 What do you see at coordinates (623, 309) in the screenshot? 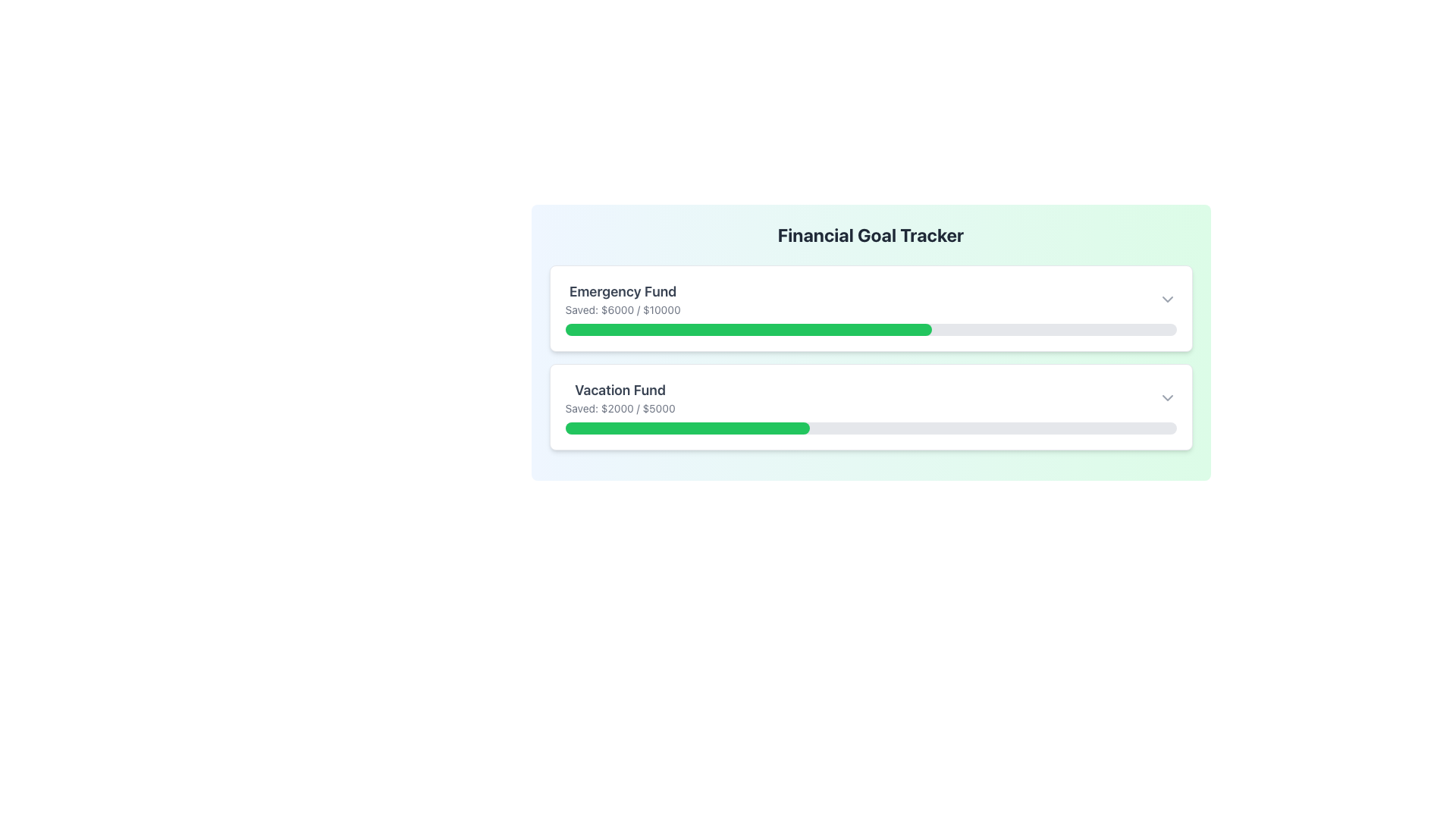
I see `text label displaying the current amount saved against the total savings goal, located directly below the 'Emergency Fund' header in the first card of the financial goal trackers` at bounding box center [623, 309].